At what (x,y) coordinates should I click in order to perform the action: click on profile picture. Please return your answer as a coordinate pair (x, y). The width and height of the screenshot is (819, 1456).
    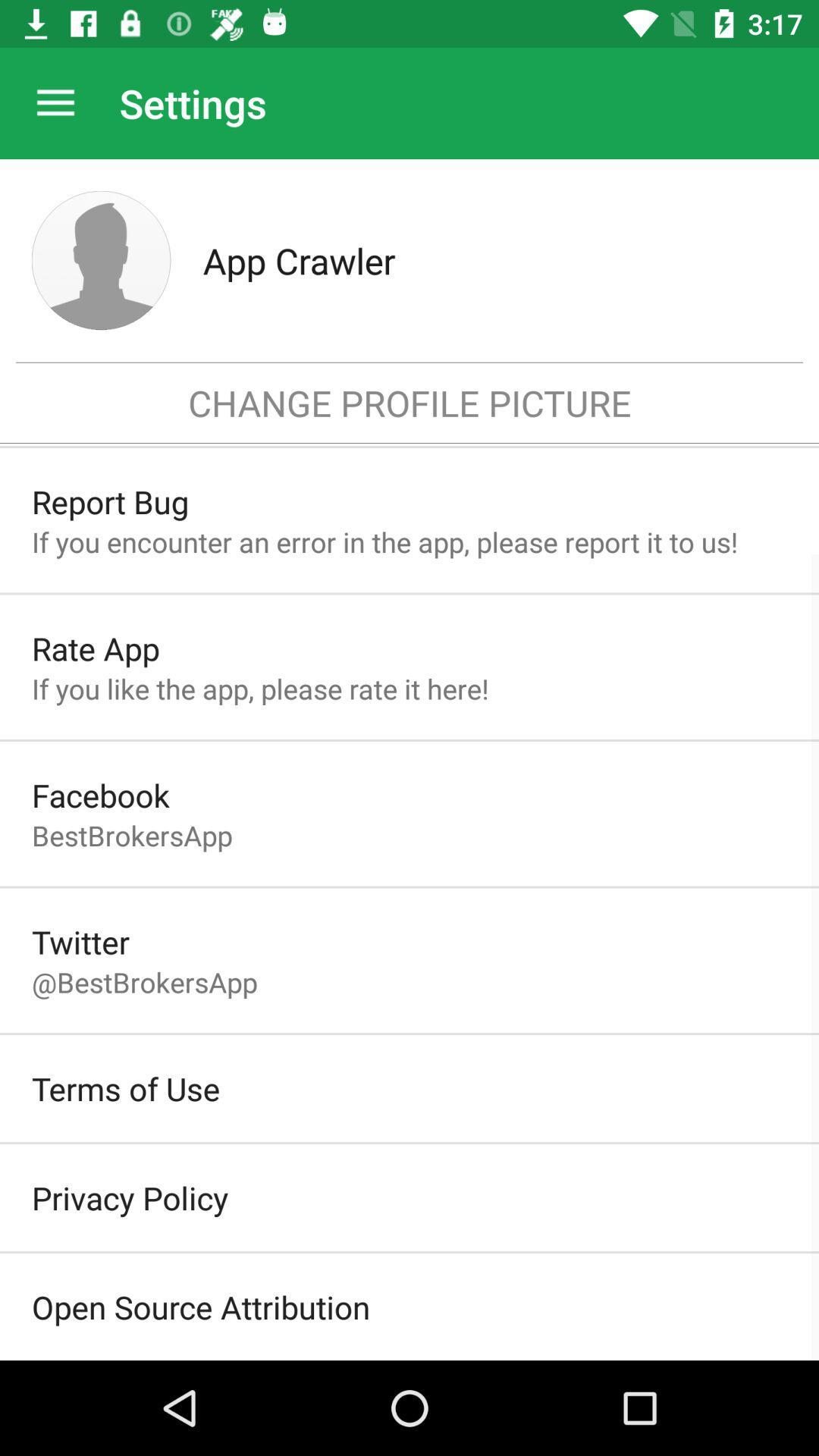
    Looking at the image, I should click on (101, 260).